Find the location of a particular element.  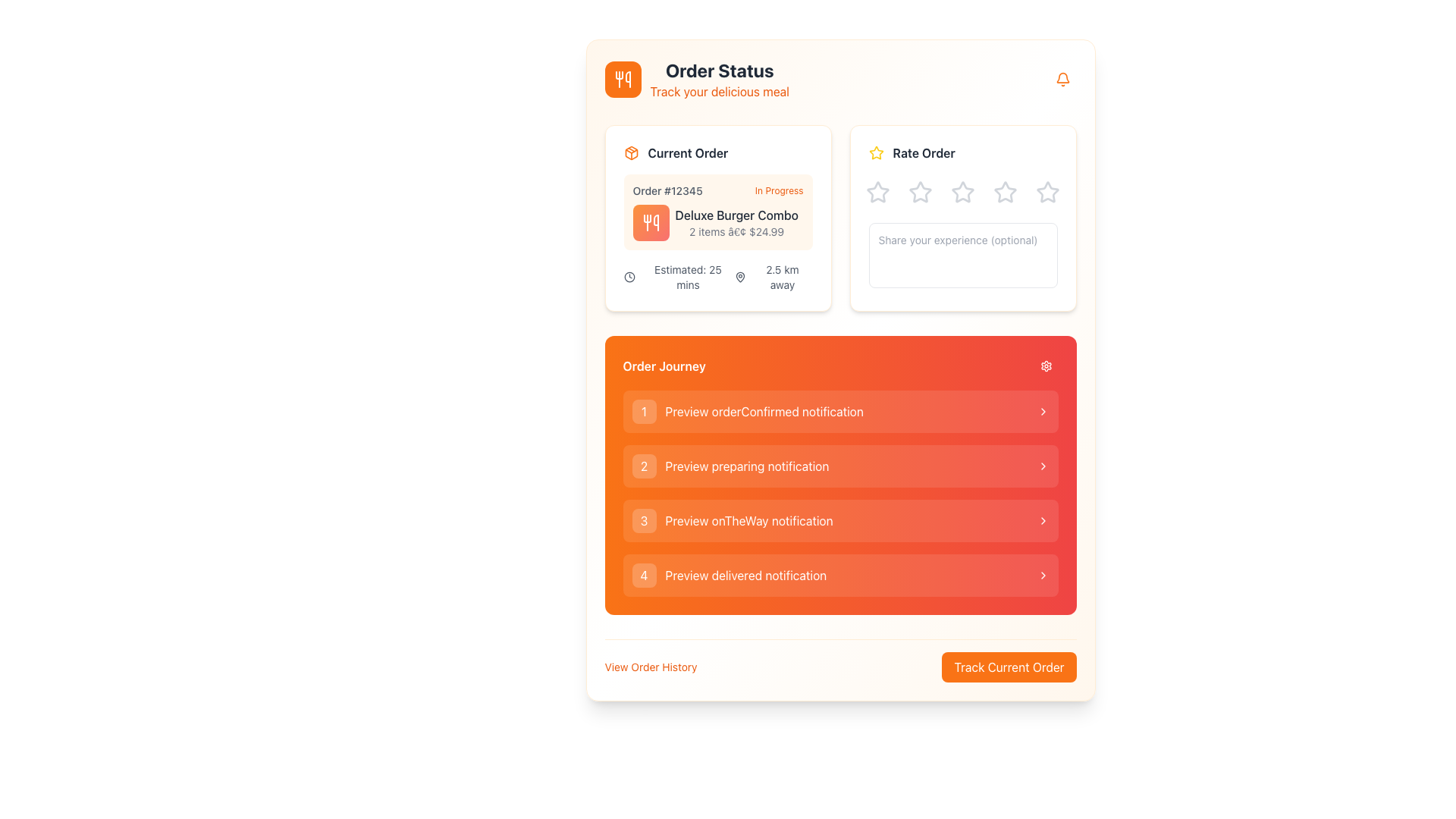

the Icon button with a rounded square shape and an orange background, featuring a white utensils icon, located near the top left of the interface is located at coordinates (623, 79).